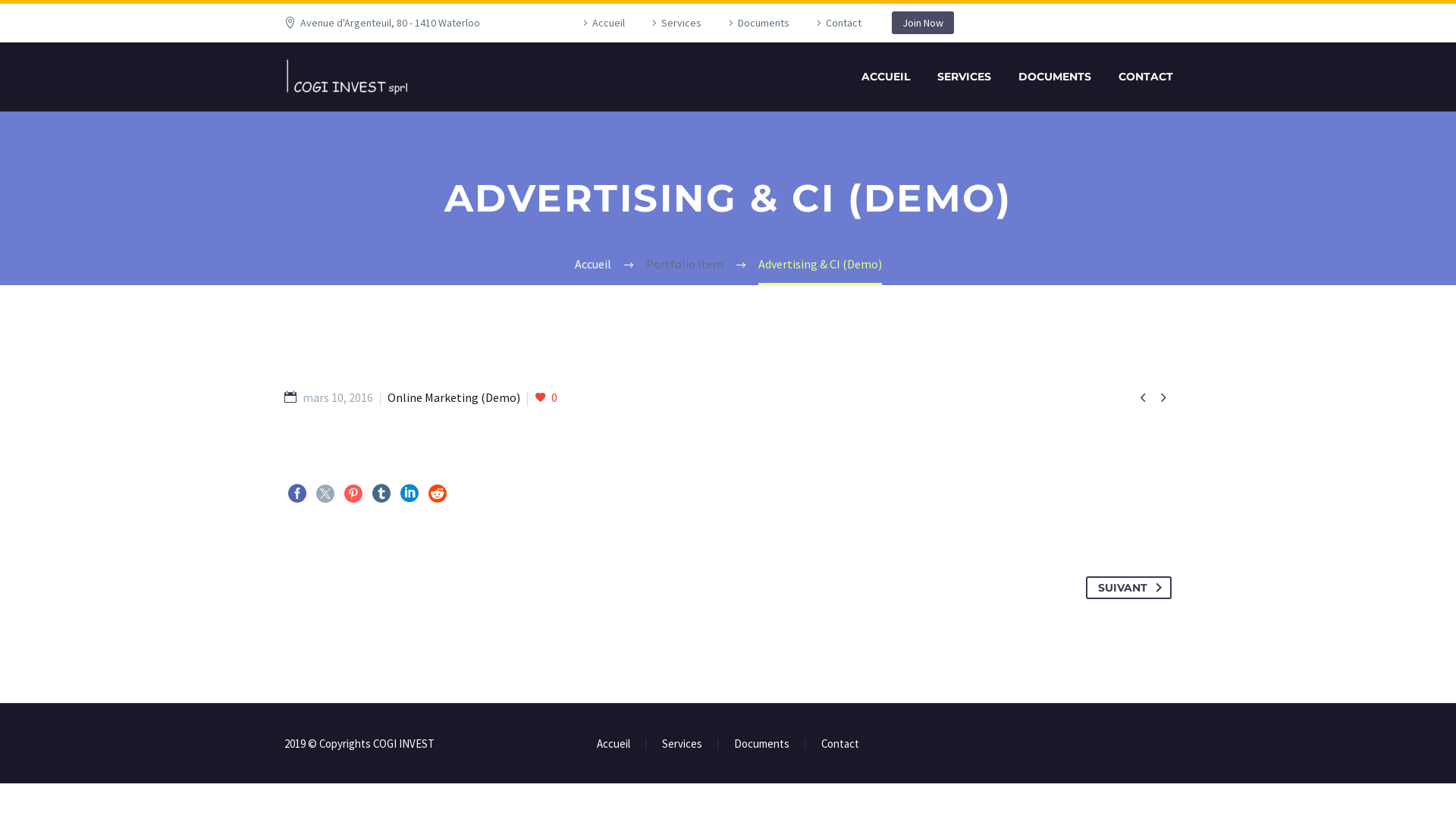 This screenshot has height=819, width=1456. What do you see at coordinates (1128, 587) in the screenshot?
I see `'SUIVANT'` at bounding box center [1128, 587].